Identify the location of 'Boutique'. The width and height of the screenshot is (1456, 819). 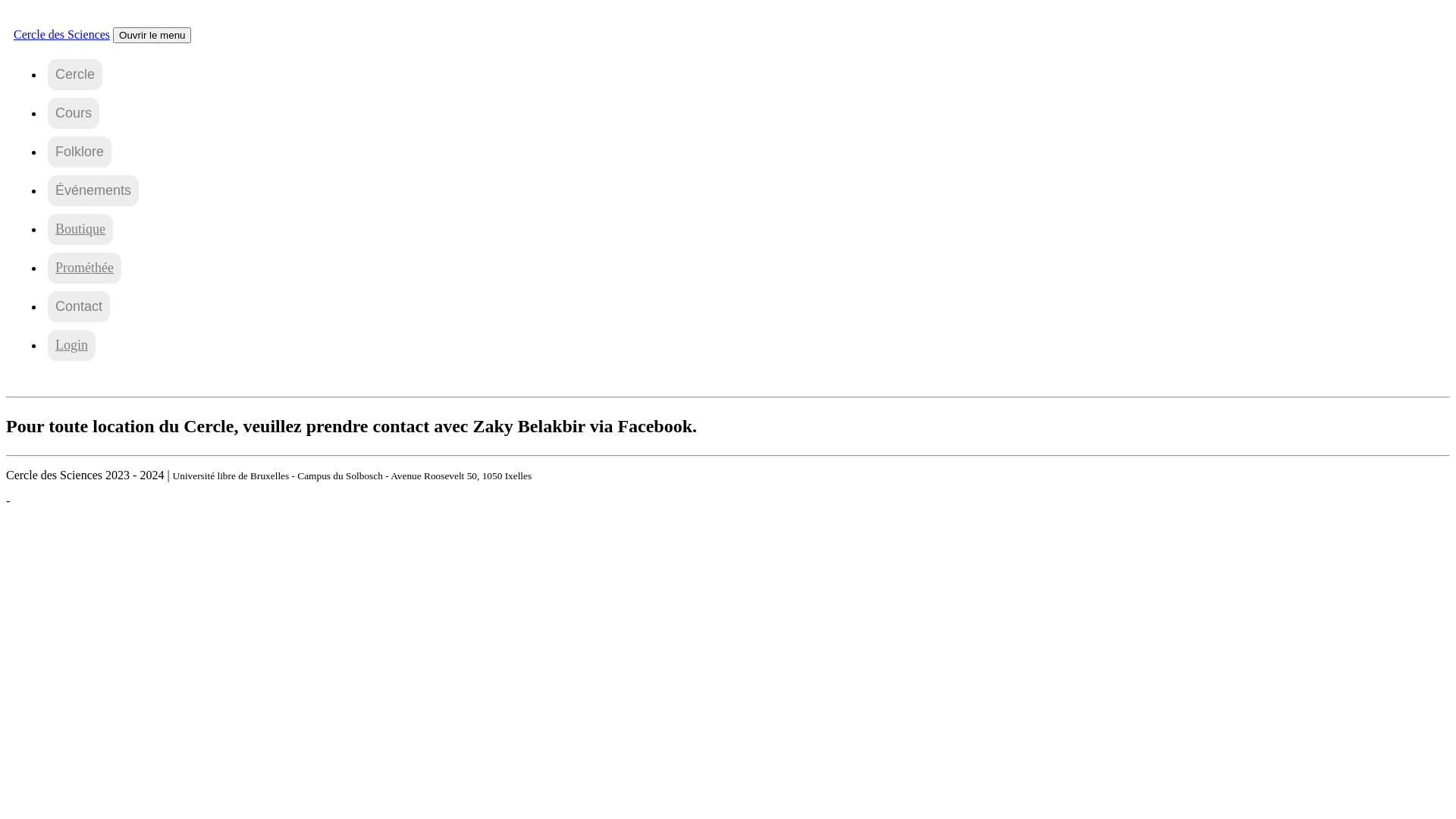
(79, 229).